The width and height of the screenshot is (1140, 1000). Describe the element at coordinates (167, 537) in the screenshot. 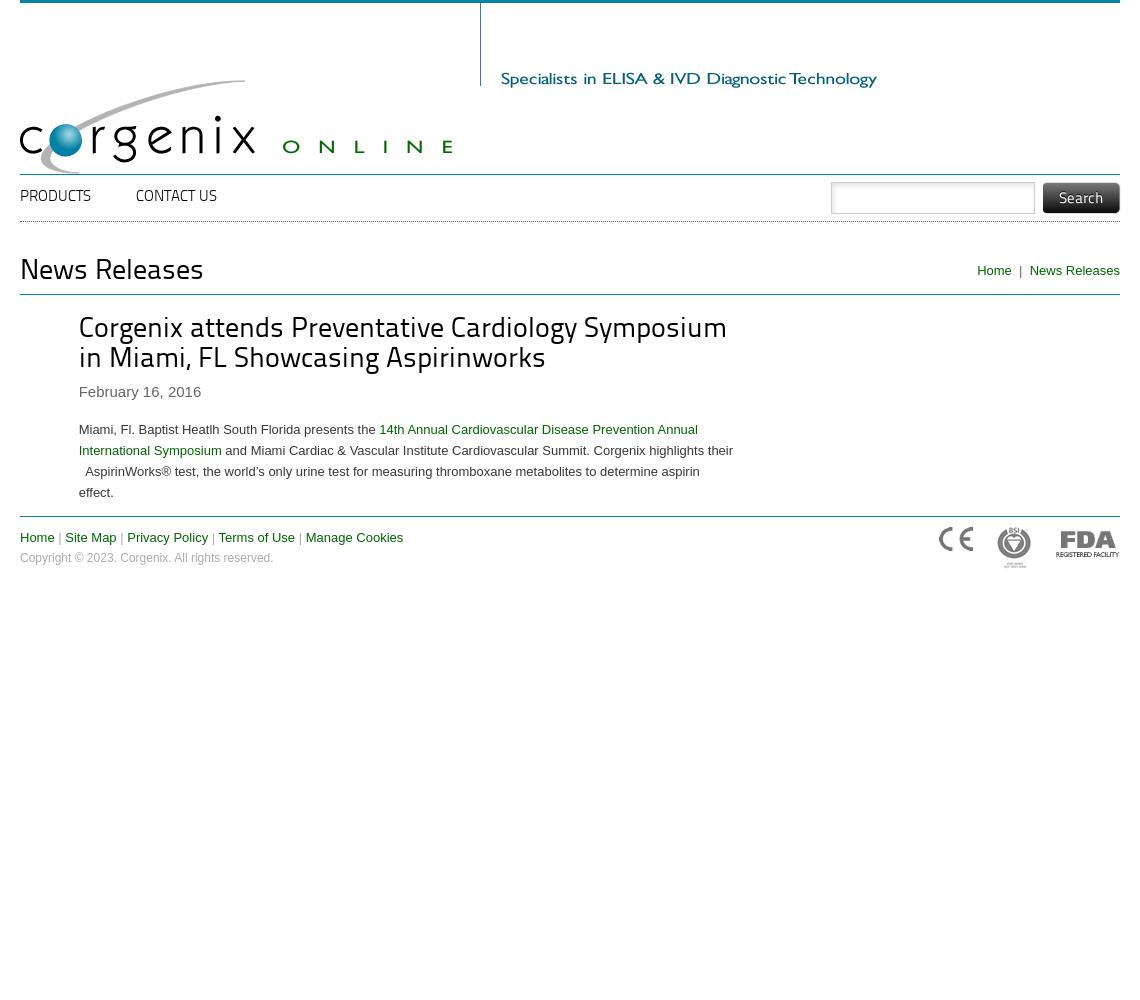

I see `'Privacy Policy'` at that location.